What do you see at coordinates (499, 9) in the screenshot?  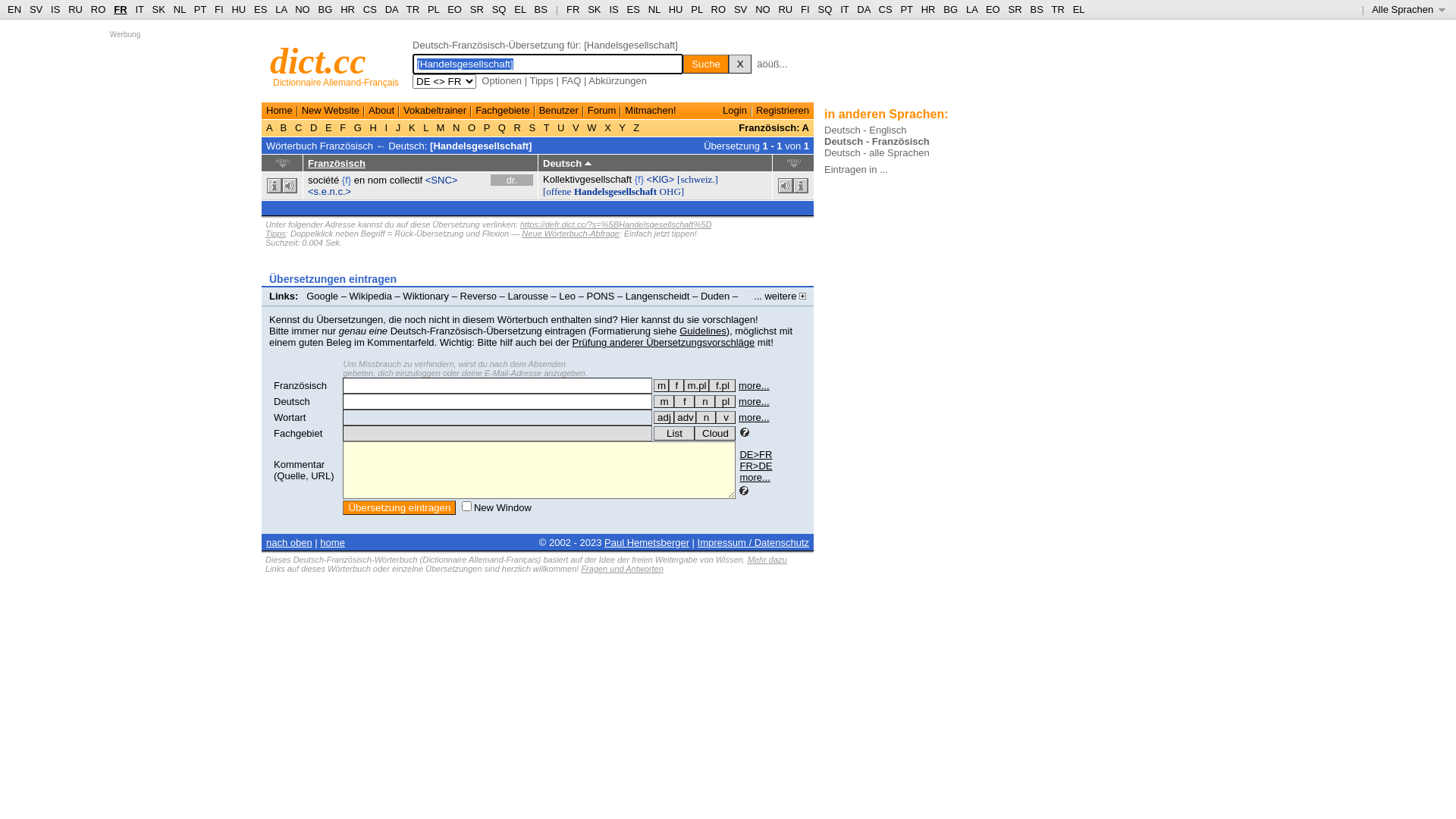 I see `'SQ'` at bounding box center [499, 9].